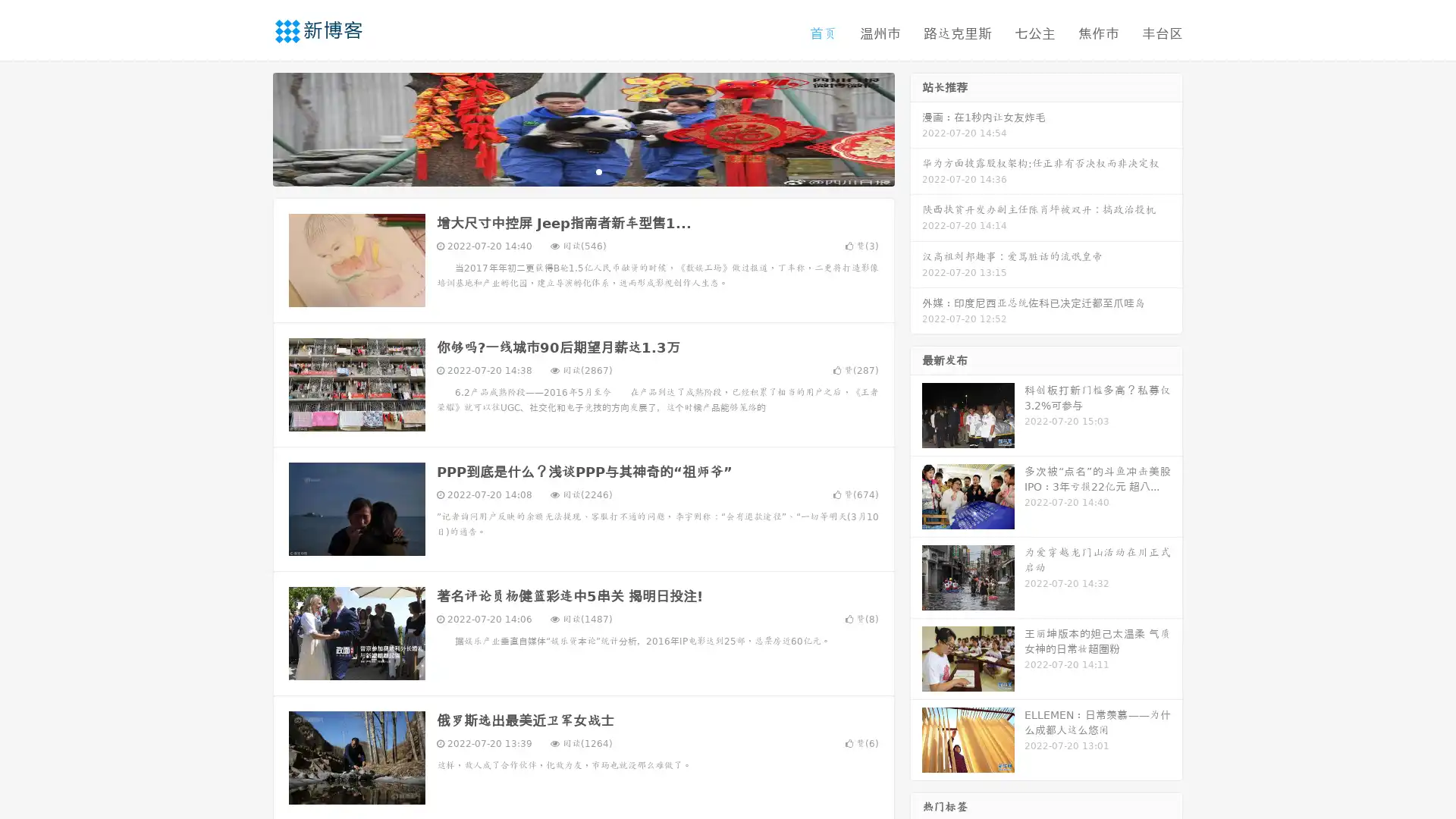 The width and height of the screenshot is (1456, 819). Describe the element at coordinates (567, 171) in the screenshot. I see `Go to slide 1` at that location.